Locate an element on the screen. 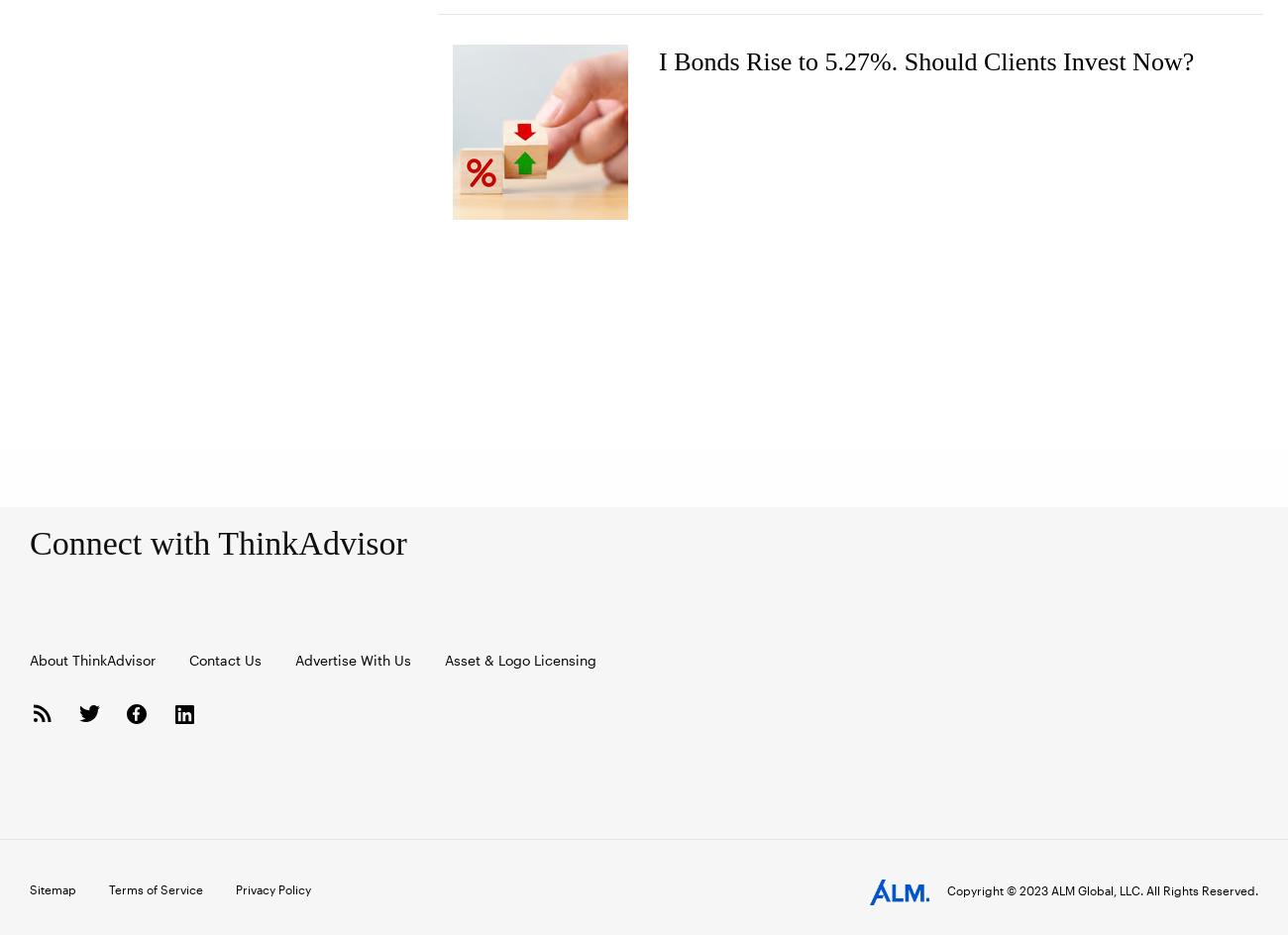 The image size is (1288, 935). 'Terms of Service' is located at coordinates (155, 886).